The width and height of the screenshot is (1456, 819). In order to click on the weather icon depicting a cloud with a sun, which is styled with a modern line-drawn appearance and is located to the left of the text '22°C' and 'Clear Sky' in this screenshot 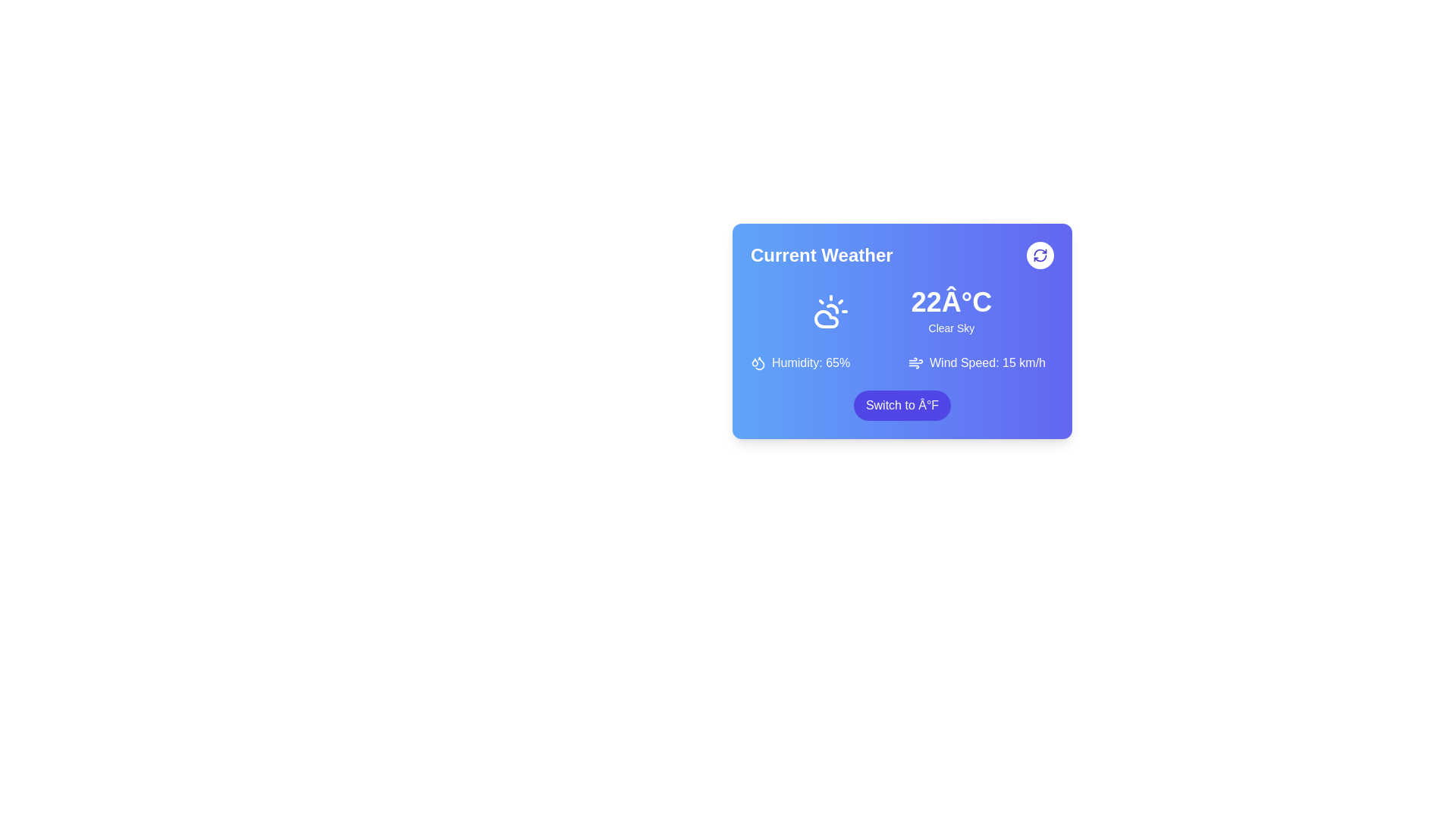, I will do `click(830, 311)`.